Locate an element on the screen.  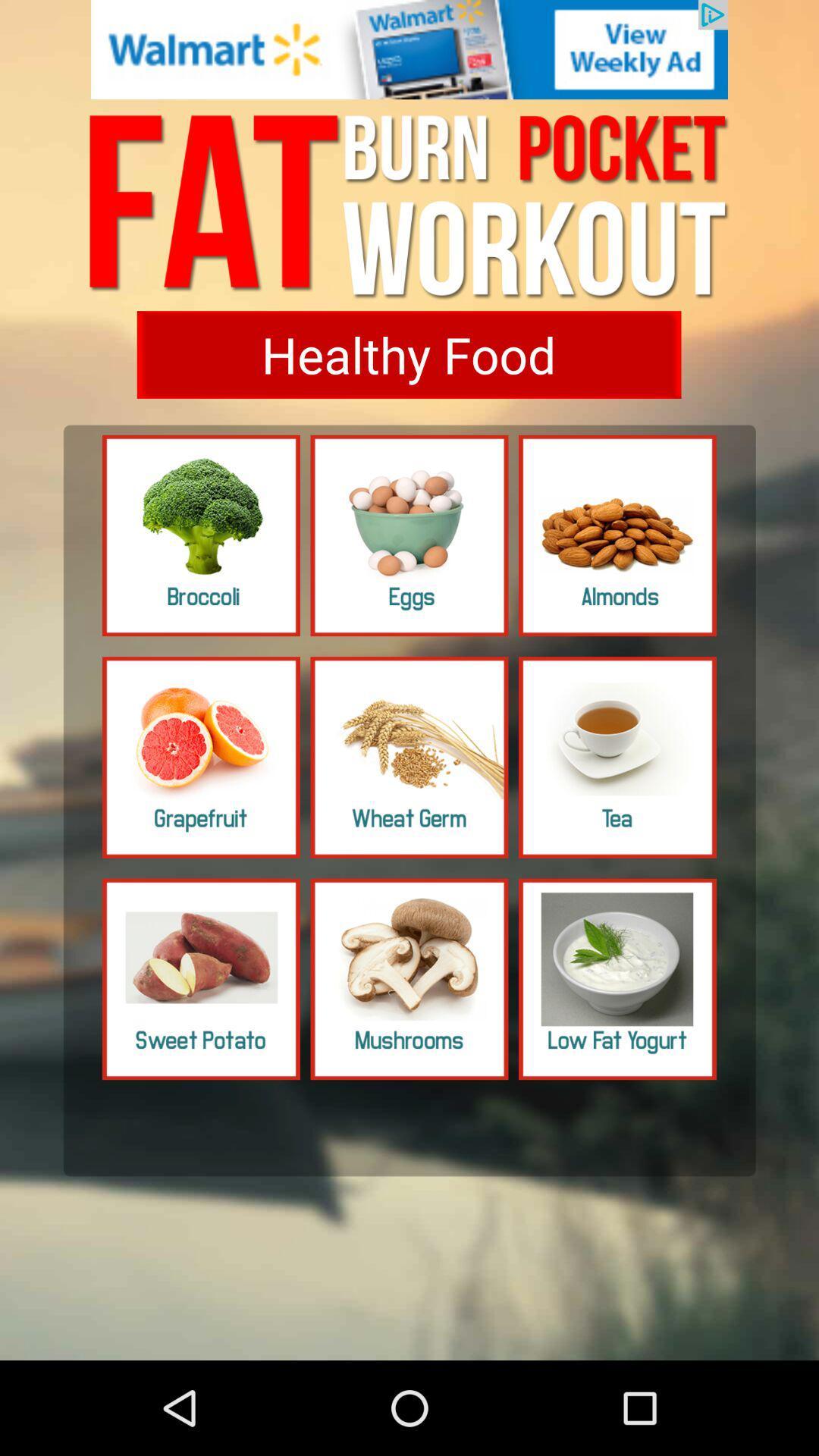
the image having the text mushrooms is located at coordinates (409, 979).